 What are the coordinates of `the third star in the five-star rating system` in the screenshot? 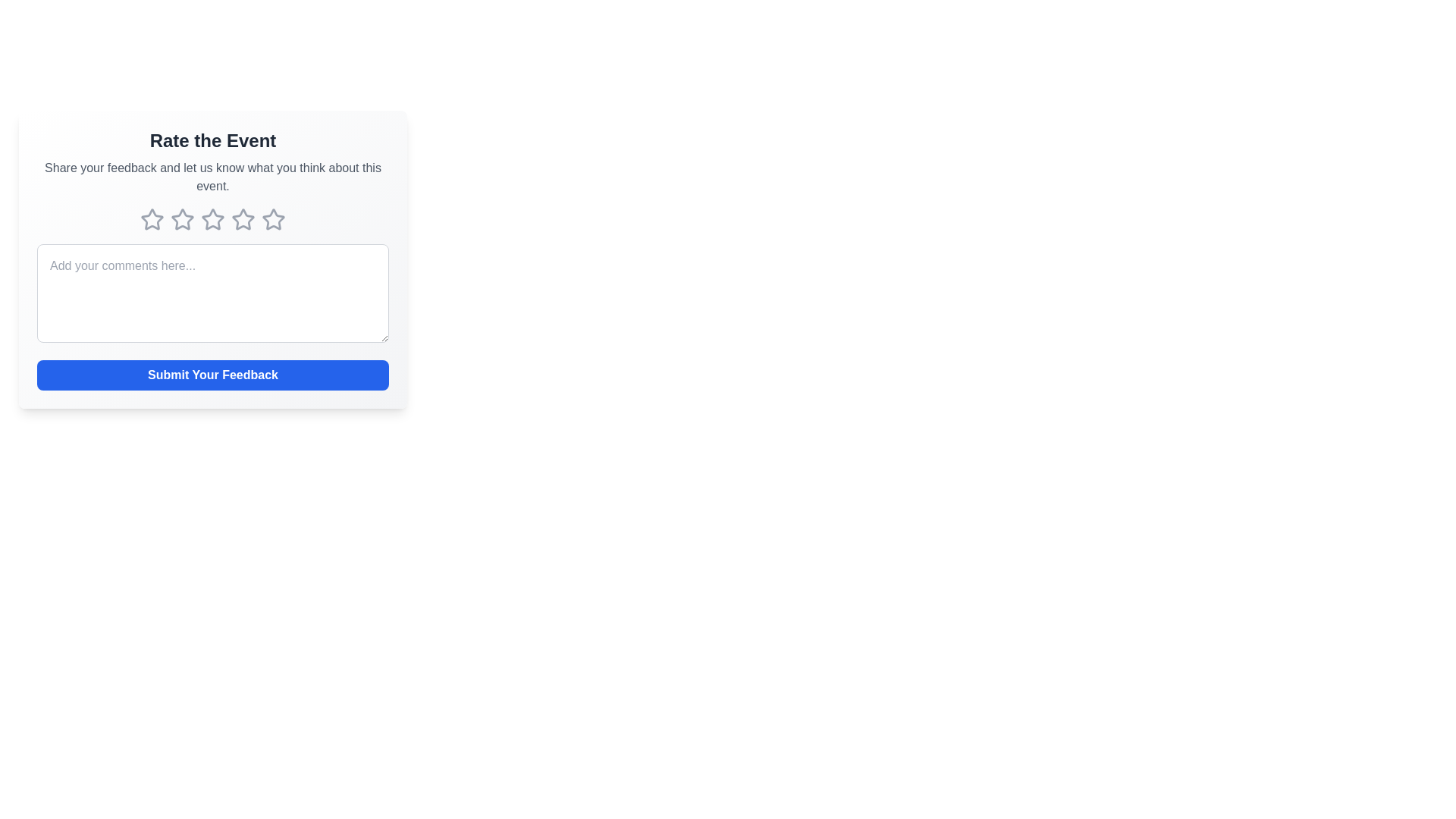 It's located at (243, 219).